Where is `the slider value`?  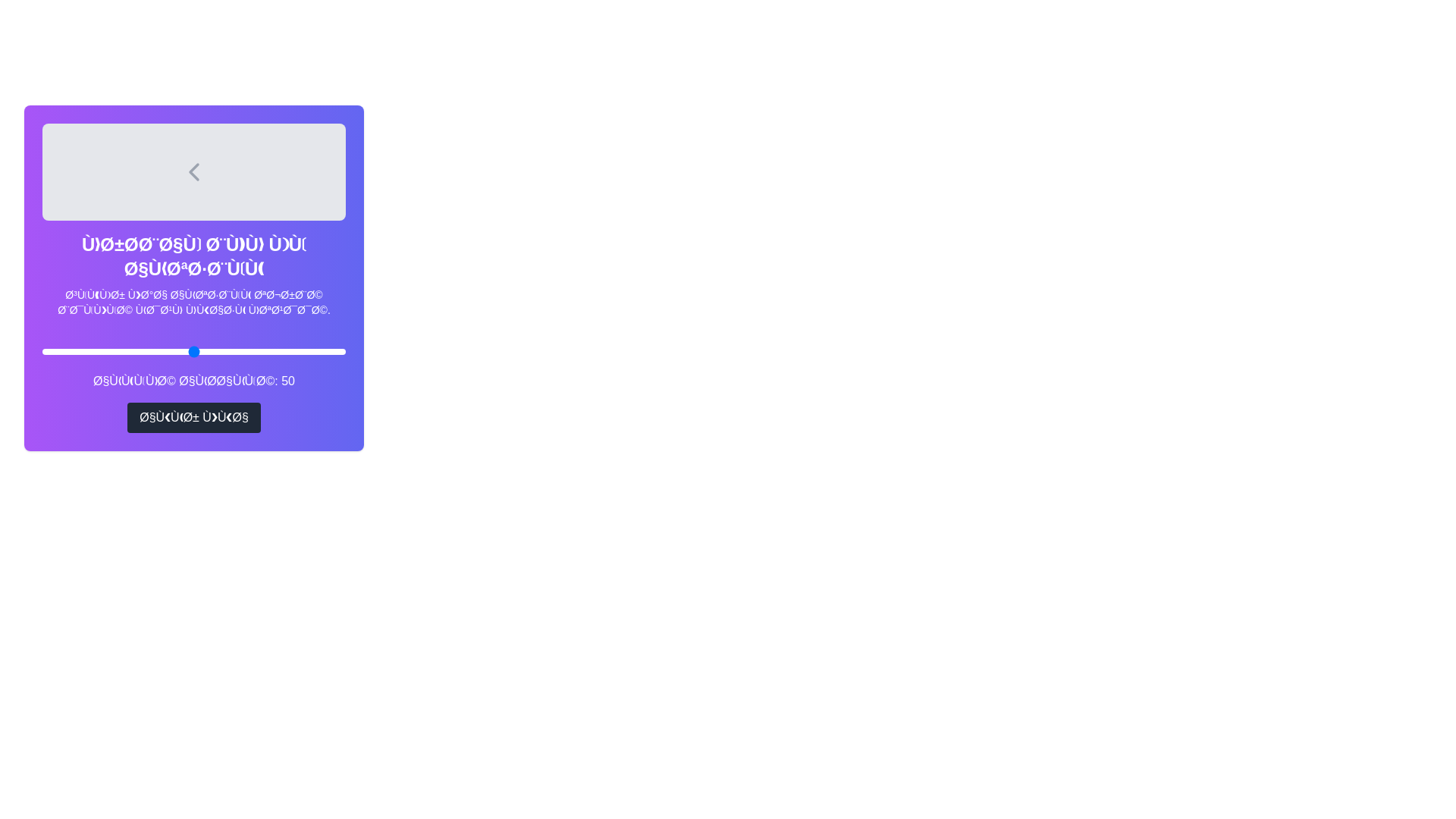 the slider value is located at coordinates (90, 351).